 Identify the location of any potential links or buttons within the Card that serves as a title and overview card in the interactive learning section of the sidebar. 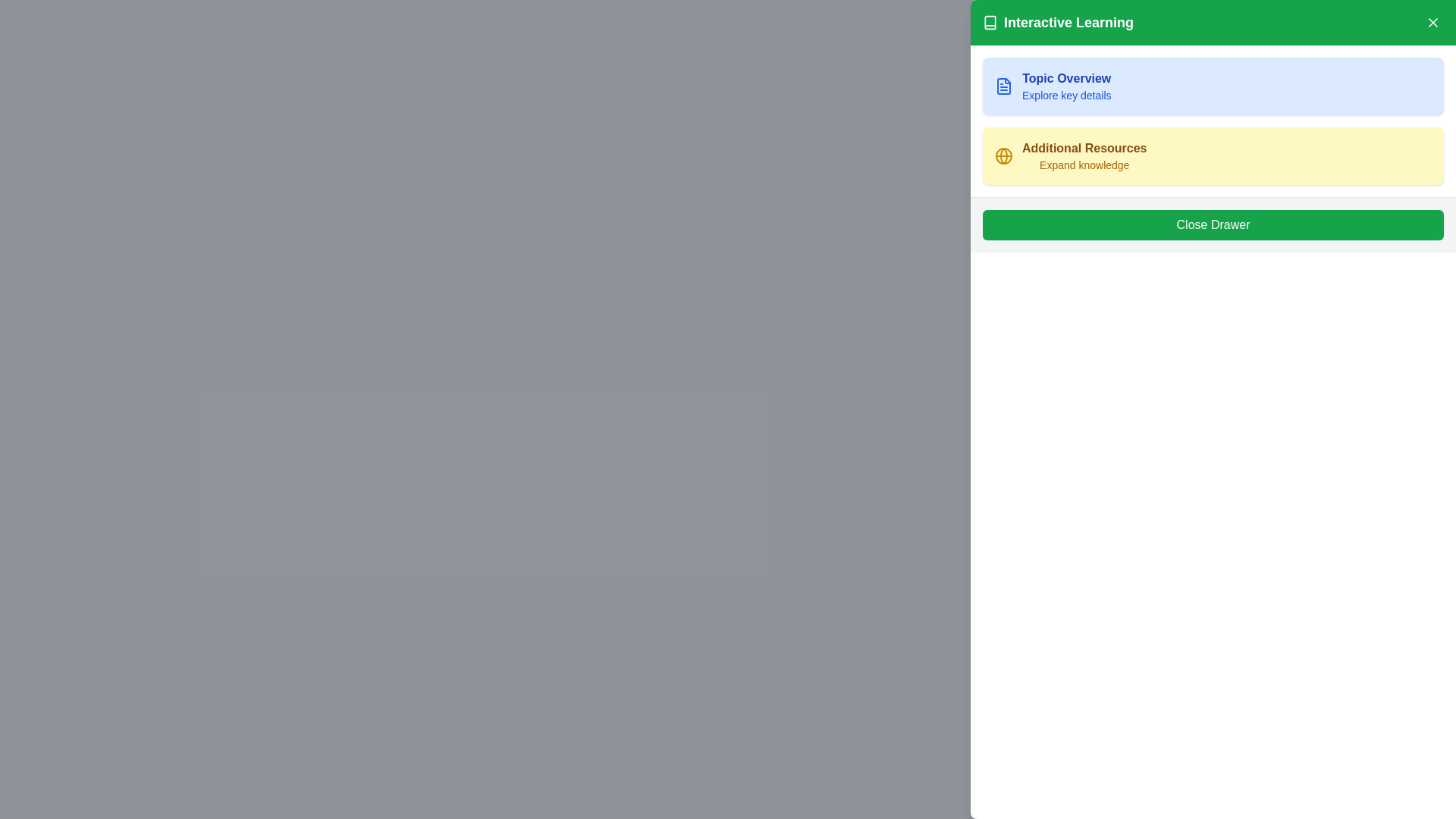
(1065, 86).